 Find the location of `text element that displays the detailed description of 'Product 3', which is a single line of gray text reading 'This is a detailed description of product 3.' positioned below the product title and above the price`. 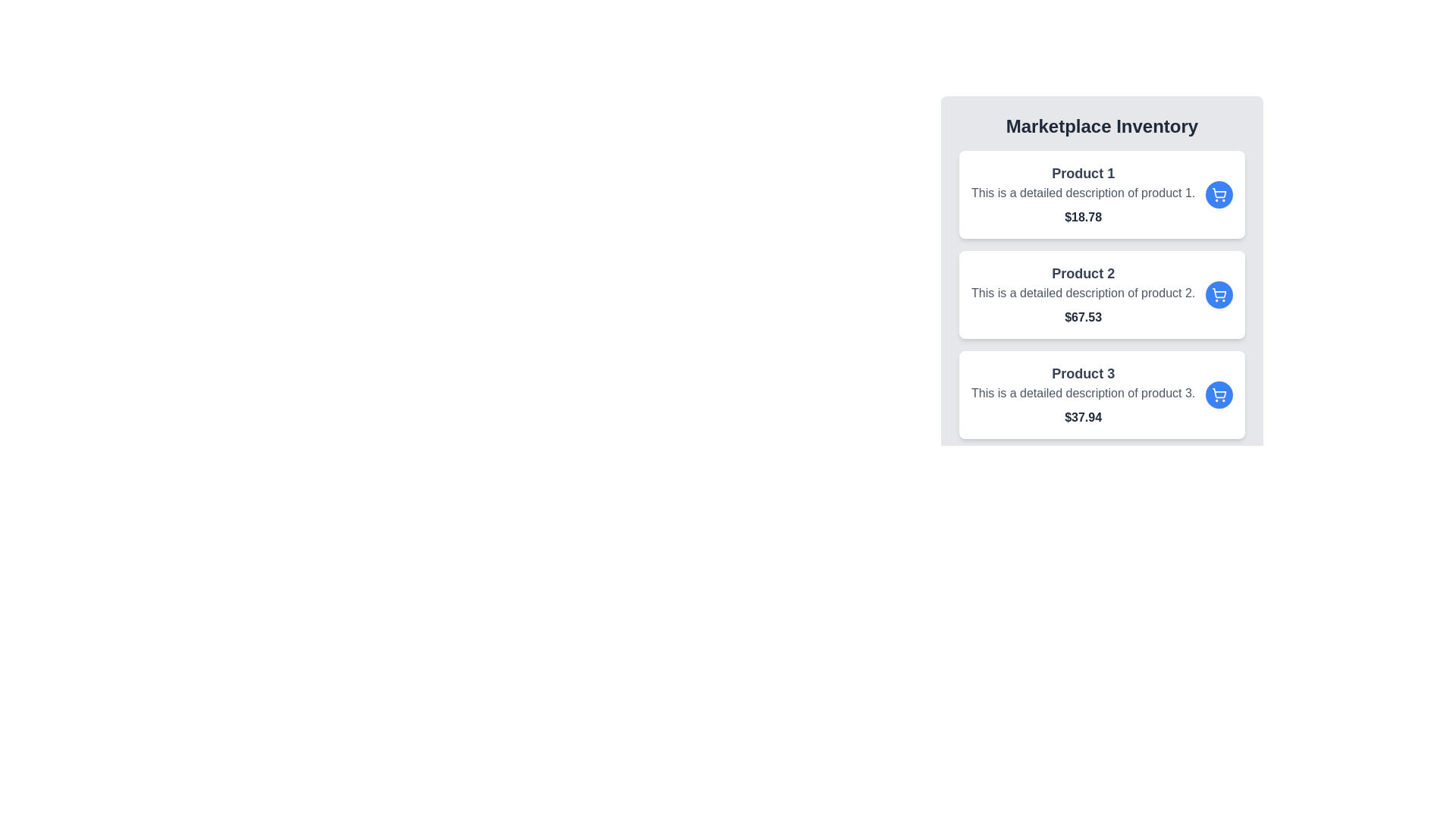

text element that displays the detailed description of 'Product 3', which is a single line of gray text reading 'This is a detailed description of product 3.' positioned below the product title and above the price is located at coordinates (1082, 393).